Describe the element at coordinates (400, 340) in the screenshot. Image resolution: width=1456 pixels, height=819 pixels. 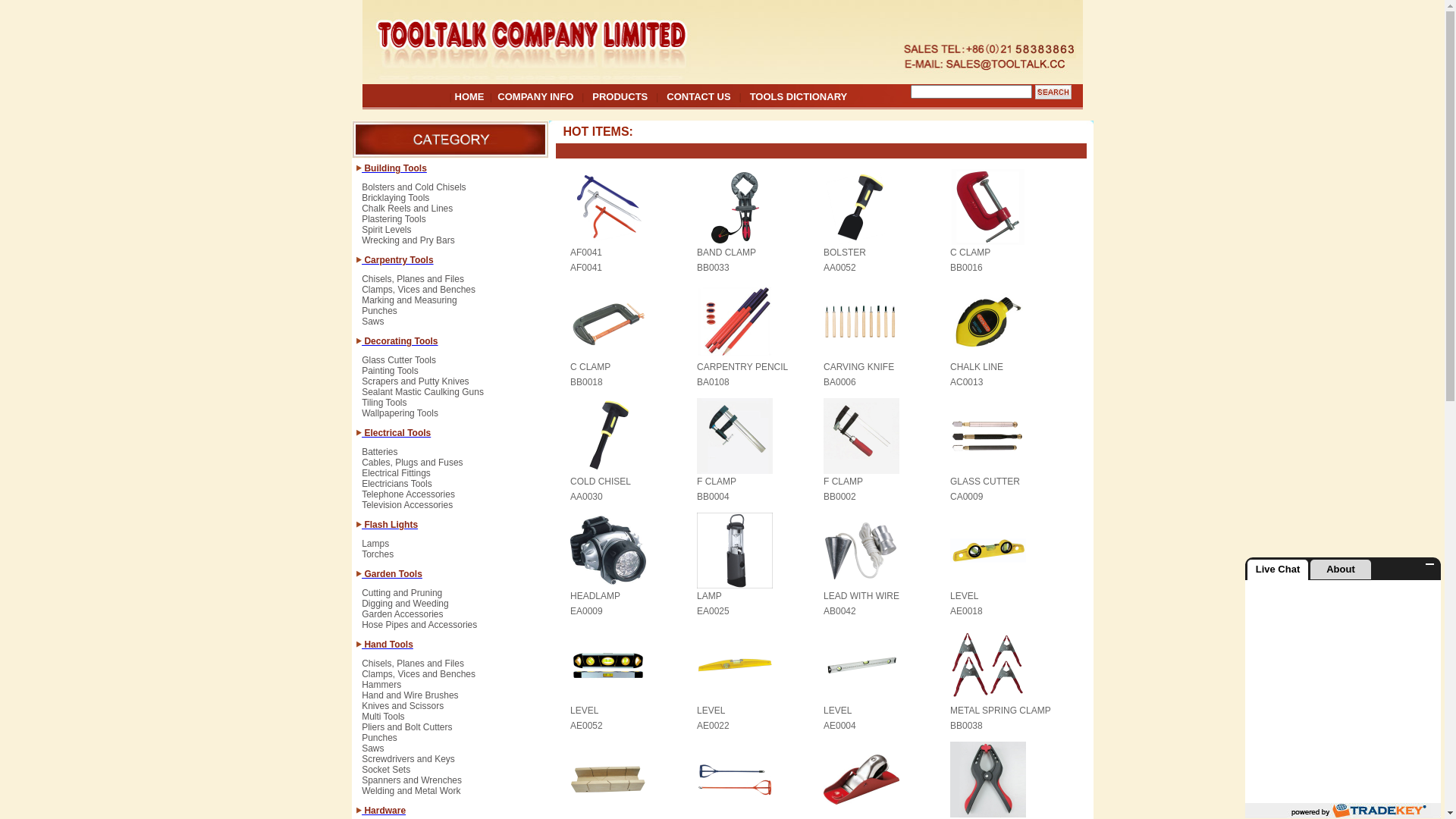
I see `'Decorating Tools'` at that location.